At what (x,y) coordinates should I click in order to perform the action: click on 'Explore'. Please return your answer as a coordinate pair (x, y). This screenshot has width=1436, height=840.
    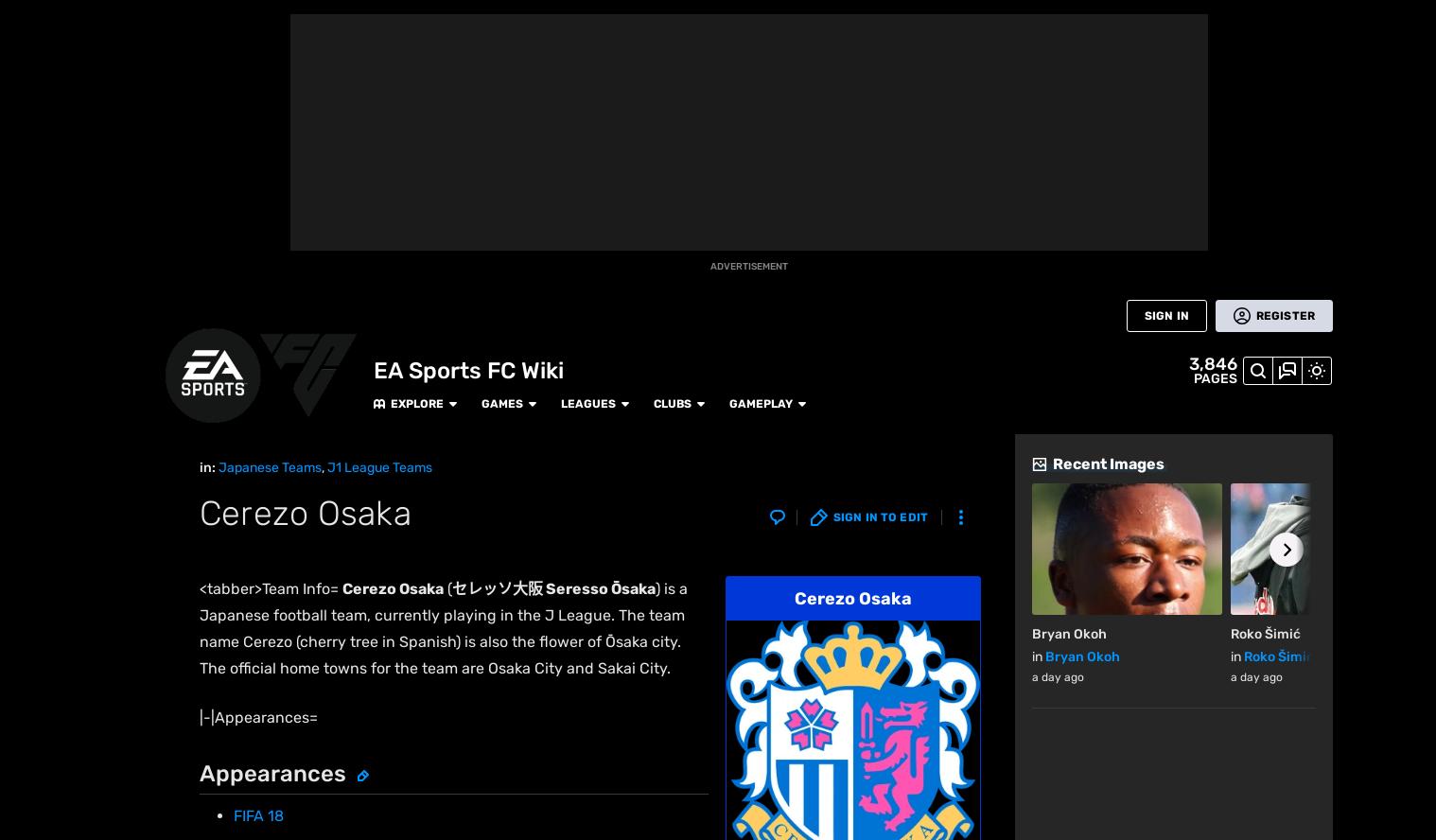
    Looking at the image, I should click on (330, 21).